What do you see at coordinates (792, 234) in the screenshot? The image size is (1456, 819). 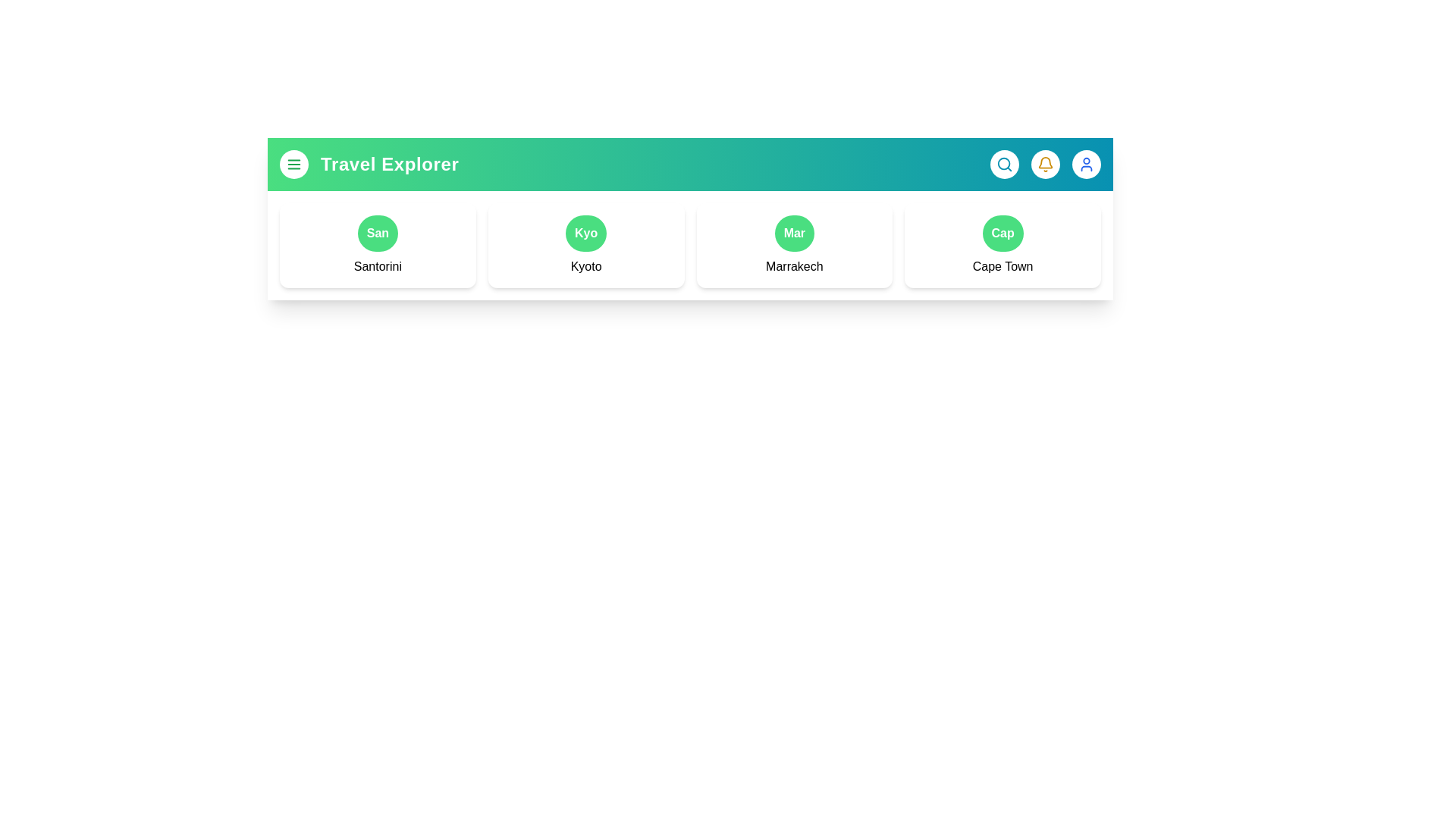 I see `the destination button labeled Marrakech` at bounding box center [792, 234].